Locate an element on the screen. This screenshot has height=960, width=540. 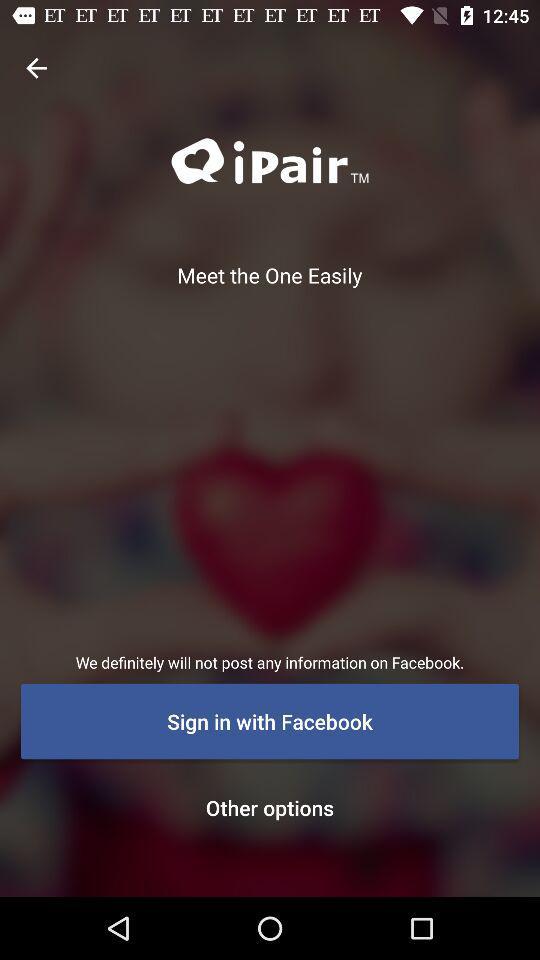
sign in with is located at coordinates (270, 720).